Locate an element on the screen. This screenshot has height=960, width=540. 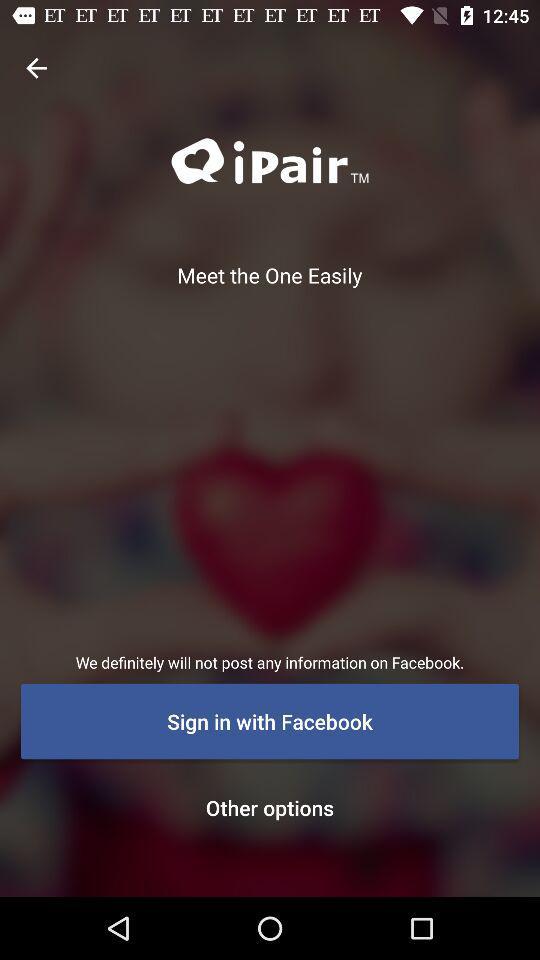
sign in with is located at coordinates (270, 720).